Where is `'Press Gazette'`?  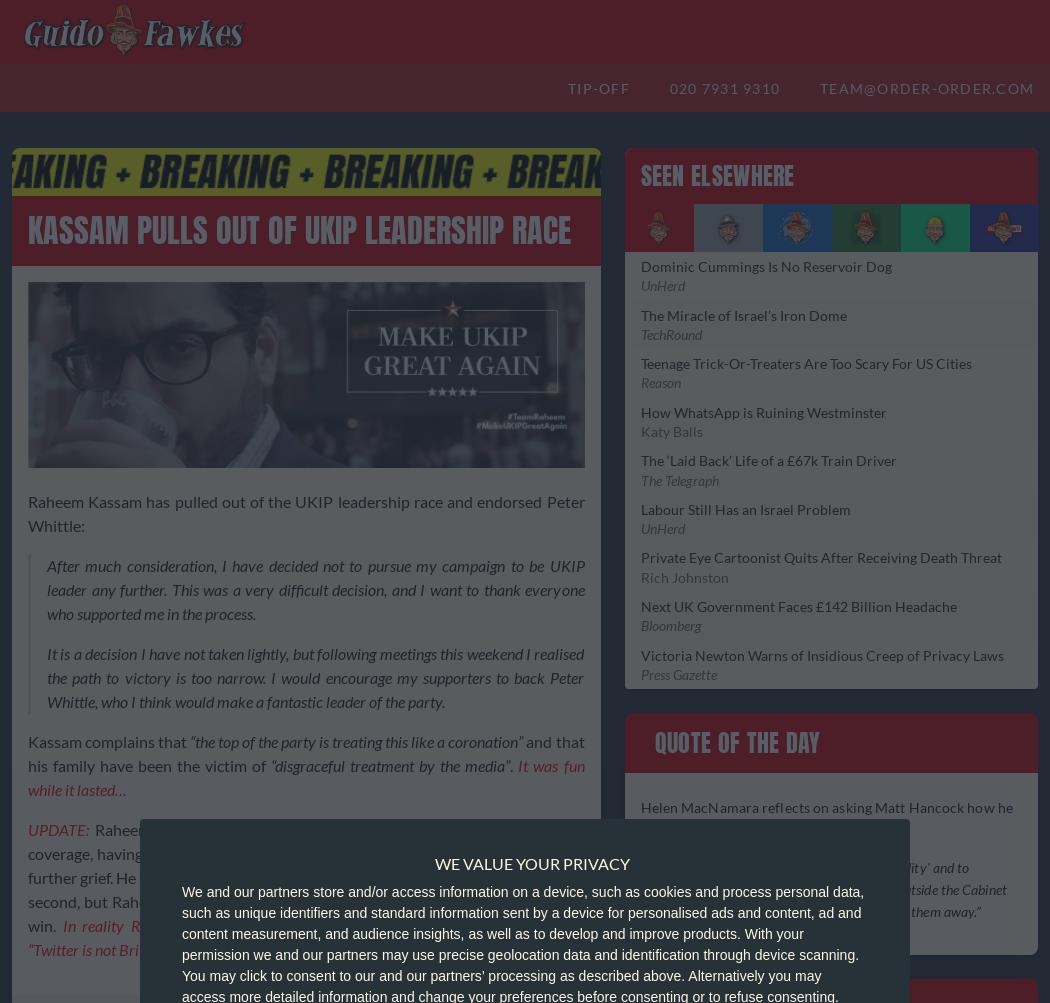
'Press Gazette' is located at coordinates (677, 673).